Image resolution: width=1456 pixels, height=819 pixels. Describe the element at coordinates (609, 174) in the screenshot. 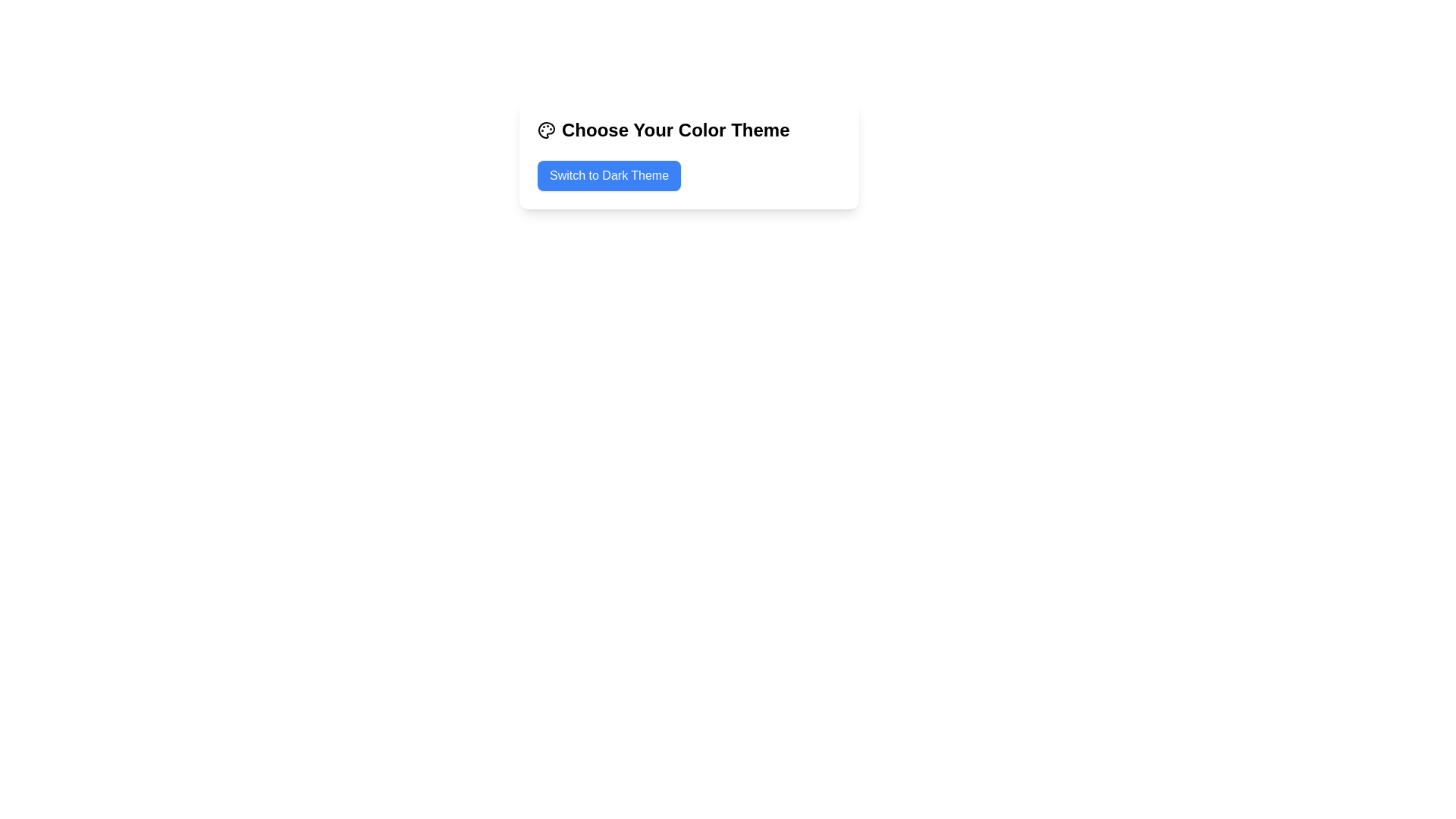

I see `the 'Switch to Dark Theme' button` at that location.